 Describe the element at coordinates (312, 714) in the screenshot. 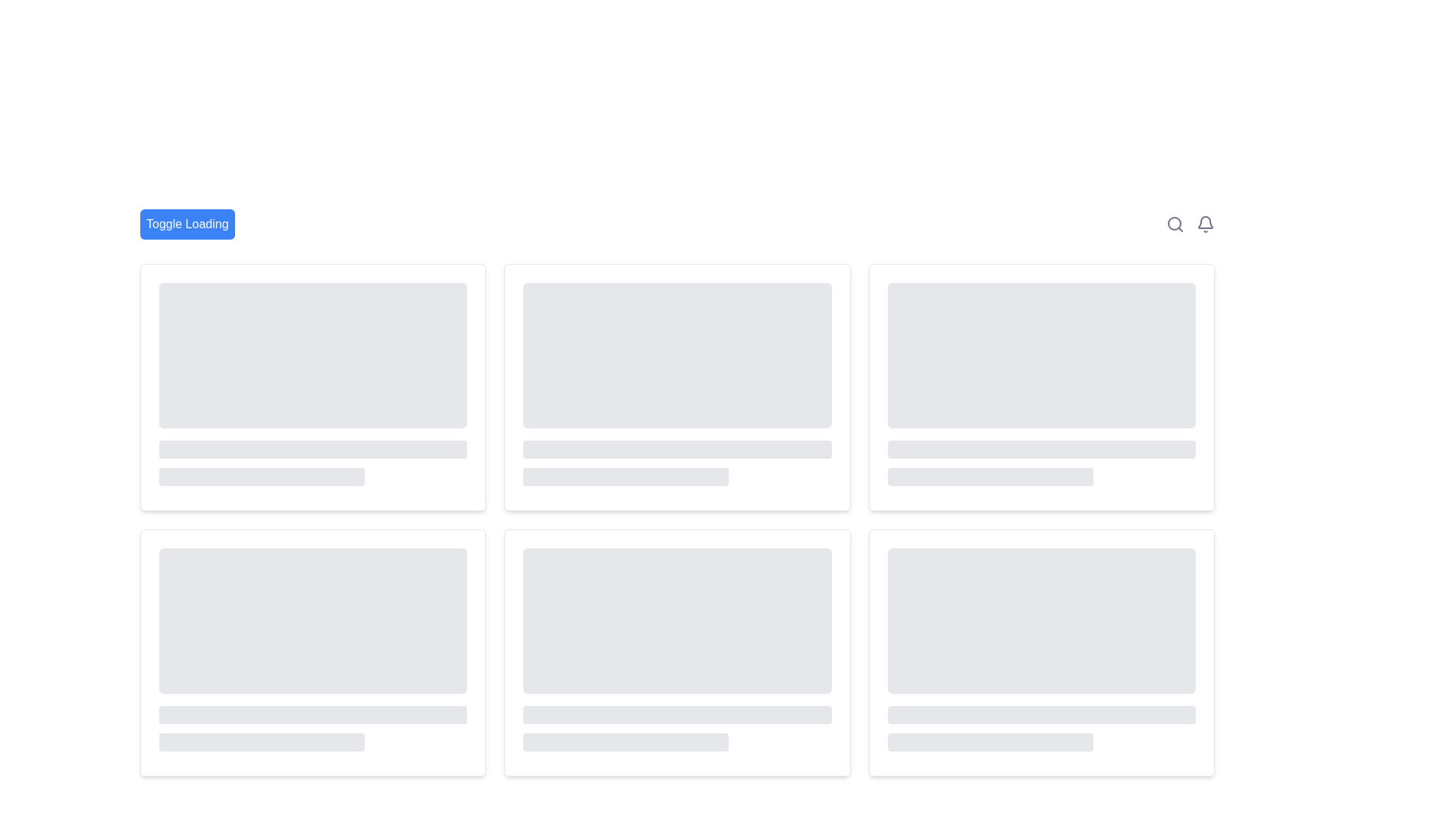

I see `the Placeholder bar, which represents content yet to be loaded, located in the lower portion of the grid item` at that location.